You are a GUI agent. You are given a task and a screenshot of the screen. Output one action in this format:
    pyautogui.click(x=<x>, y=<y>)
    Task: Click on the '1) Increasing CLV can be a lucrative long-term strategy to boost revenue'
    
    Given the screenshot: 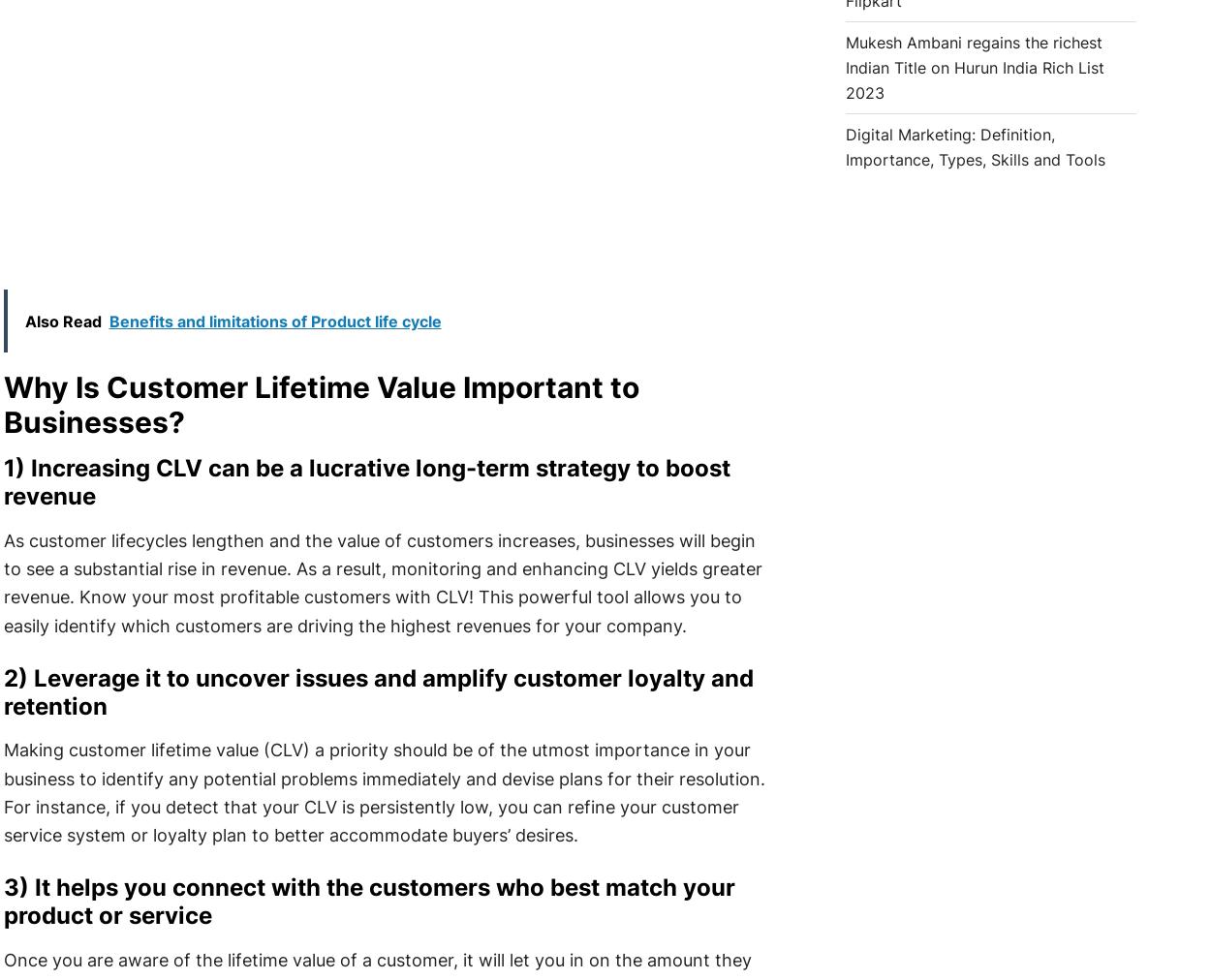 What is the action you would take?
    pyautogui.click(x=366, y=481)
    